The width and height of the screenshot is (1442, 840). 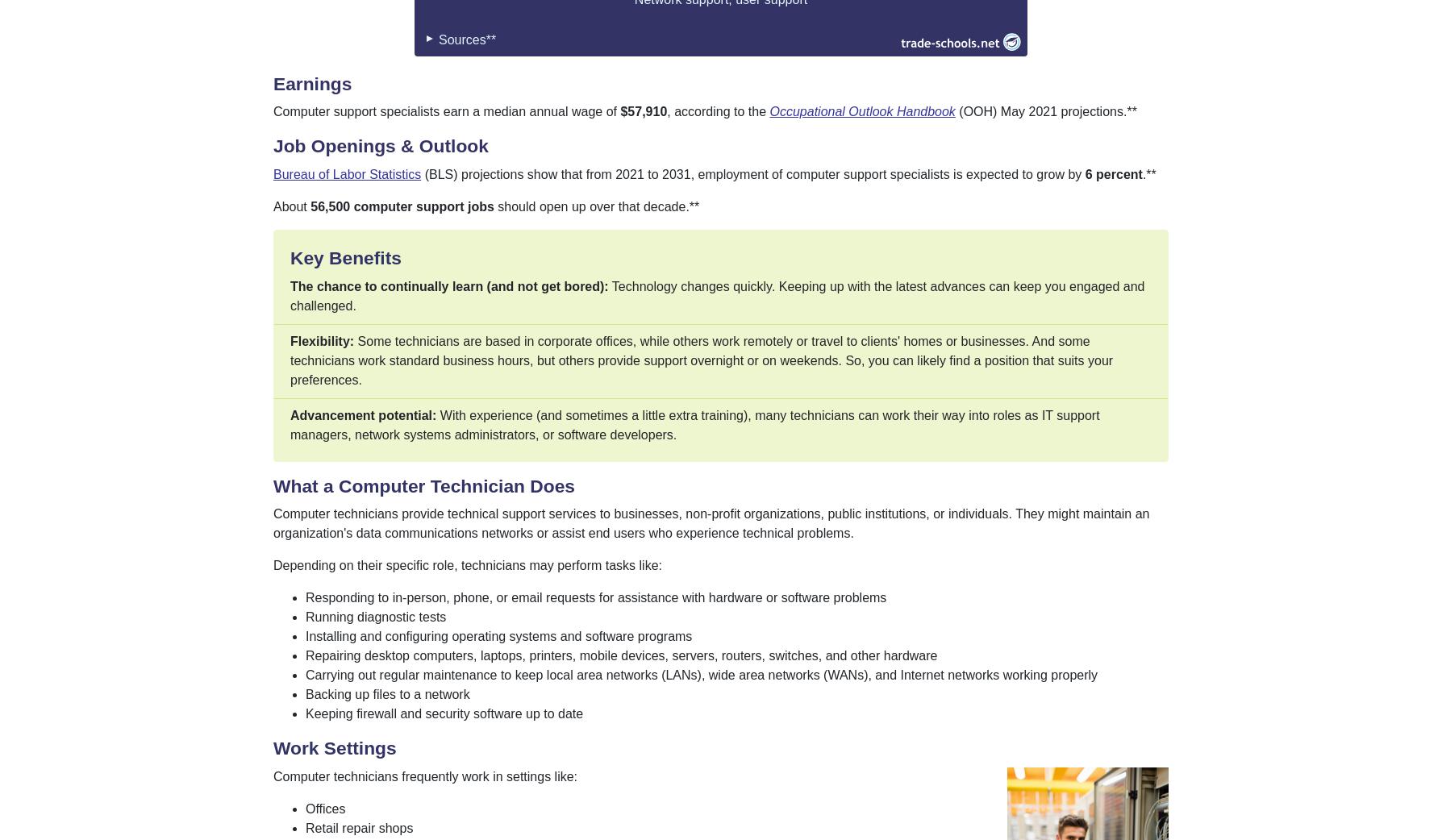 What do you see at coordinates (701, 675) in the screenshot?
I see `'Carrying out regular maintenance to keep local area networks (LANs), wide area networks (WANs), and Internet networks working properly'` at bounding box center [701, 675].